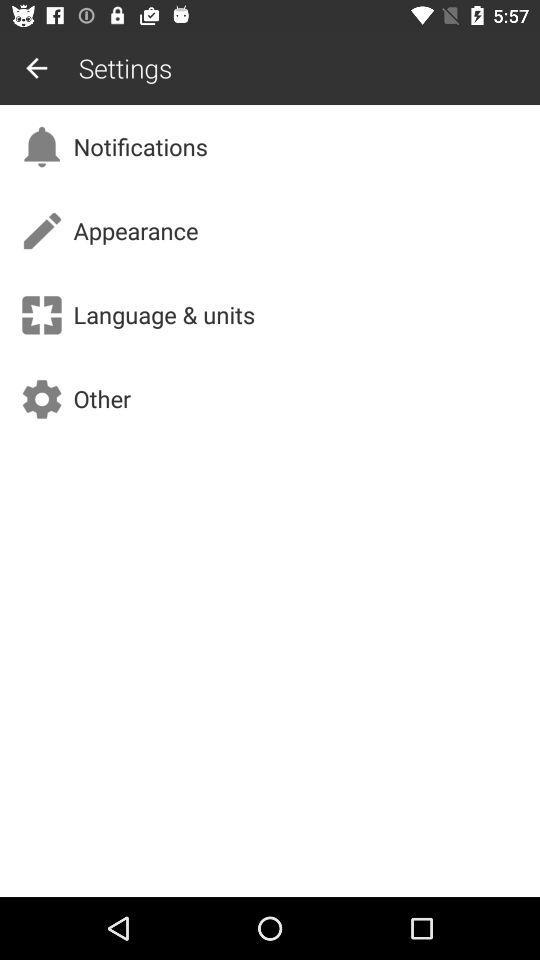  I want to click on icon next to the settings, so click(36, 68).